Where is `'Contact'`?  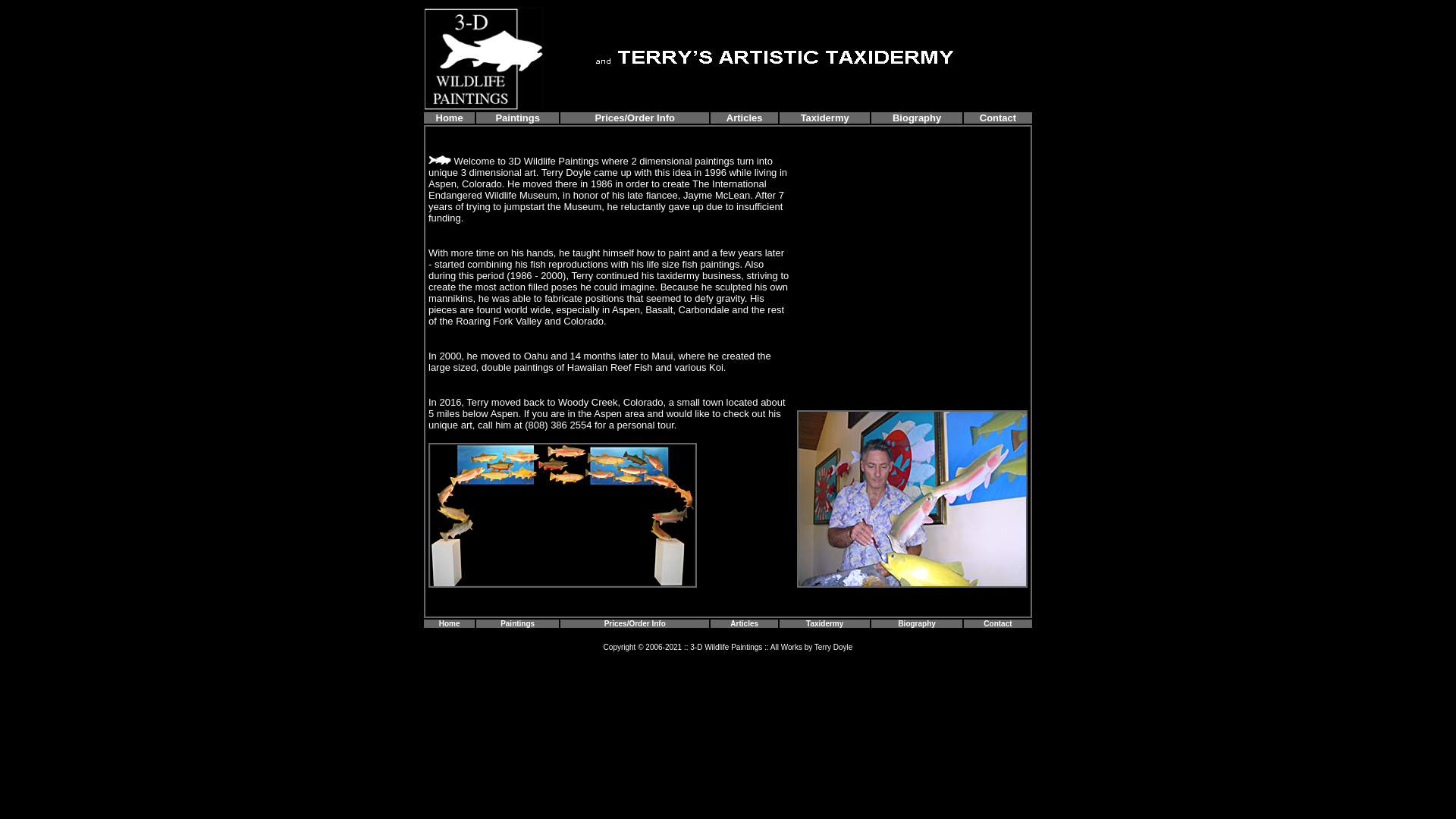
'Contact' is located at coordinates (997, 116).